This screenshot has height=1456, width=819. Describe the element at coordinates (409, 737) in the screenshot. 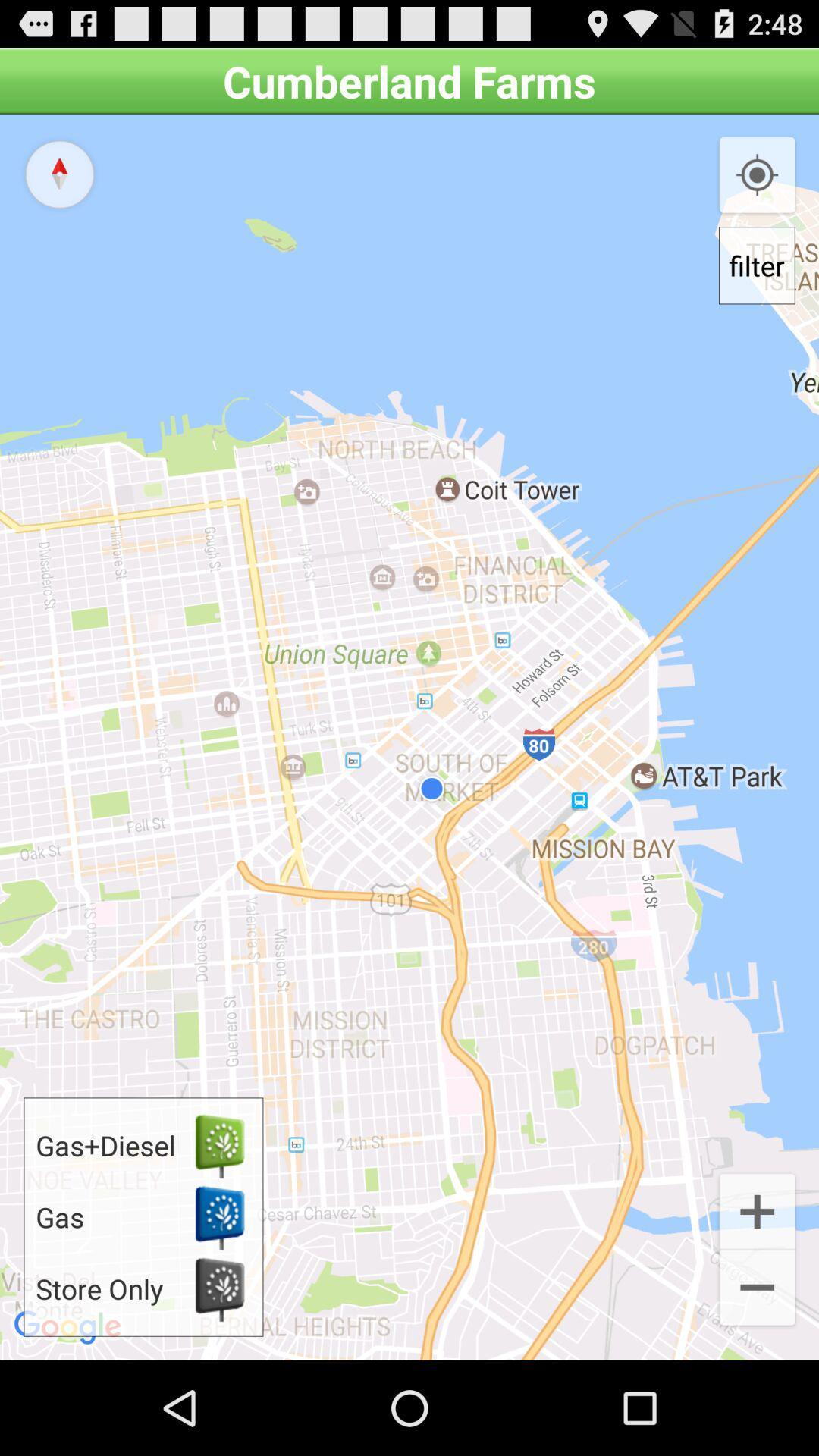

I see `icon at the center` at that location.